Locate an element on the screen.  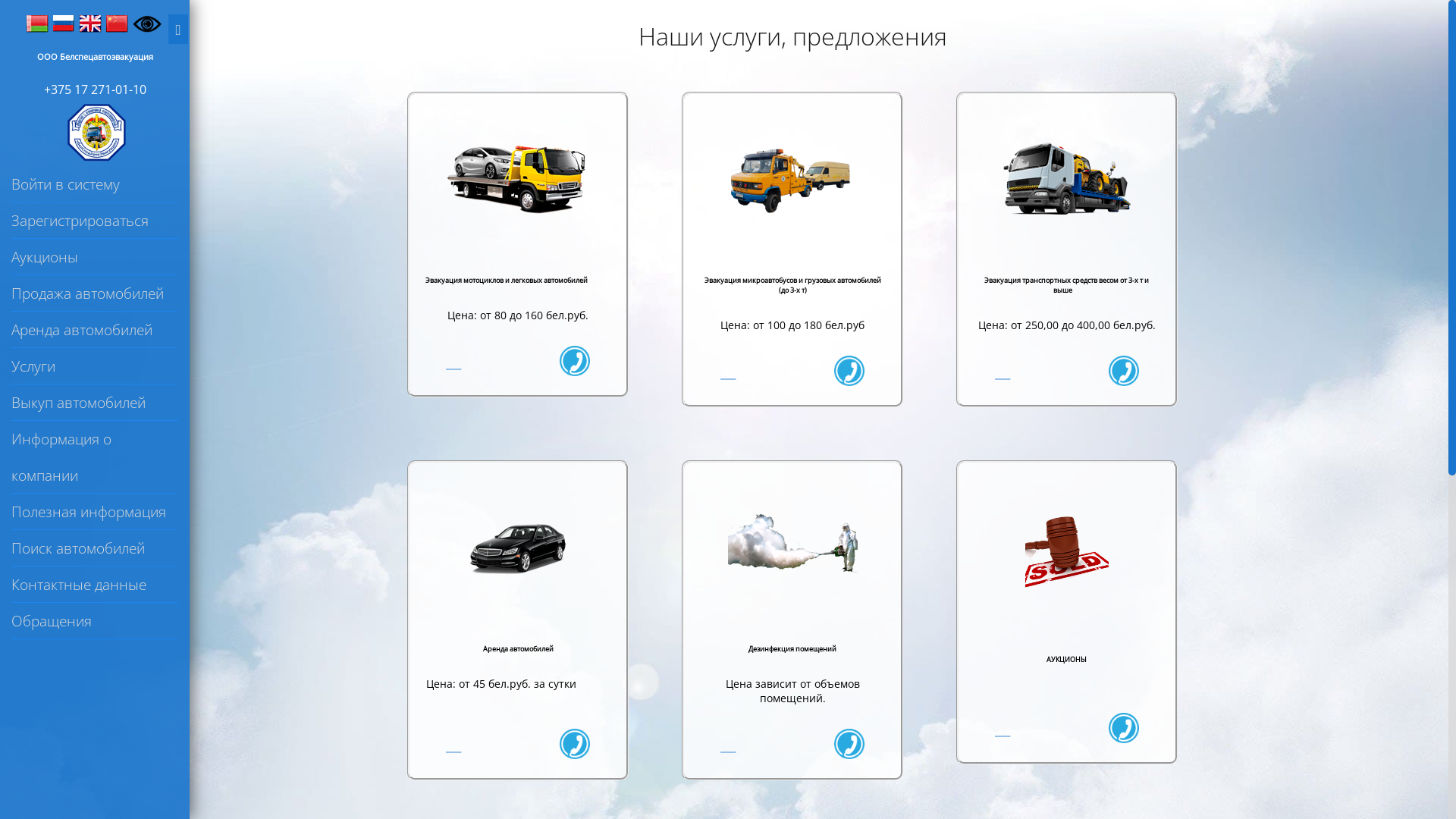
'Russia' is located at coordinates (64, 24).